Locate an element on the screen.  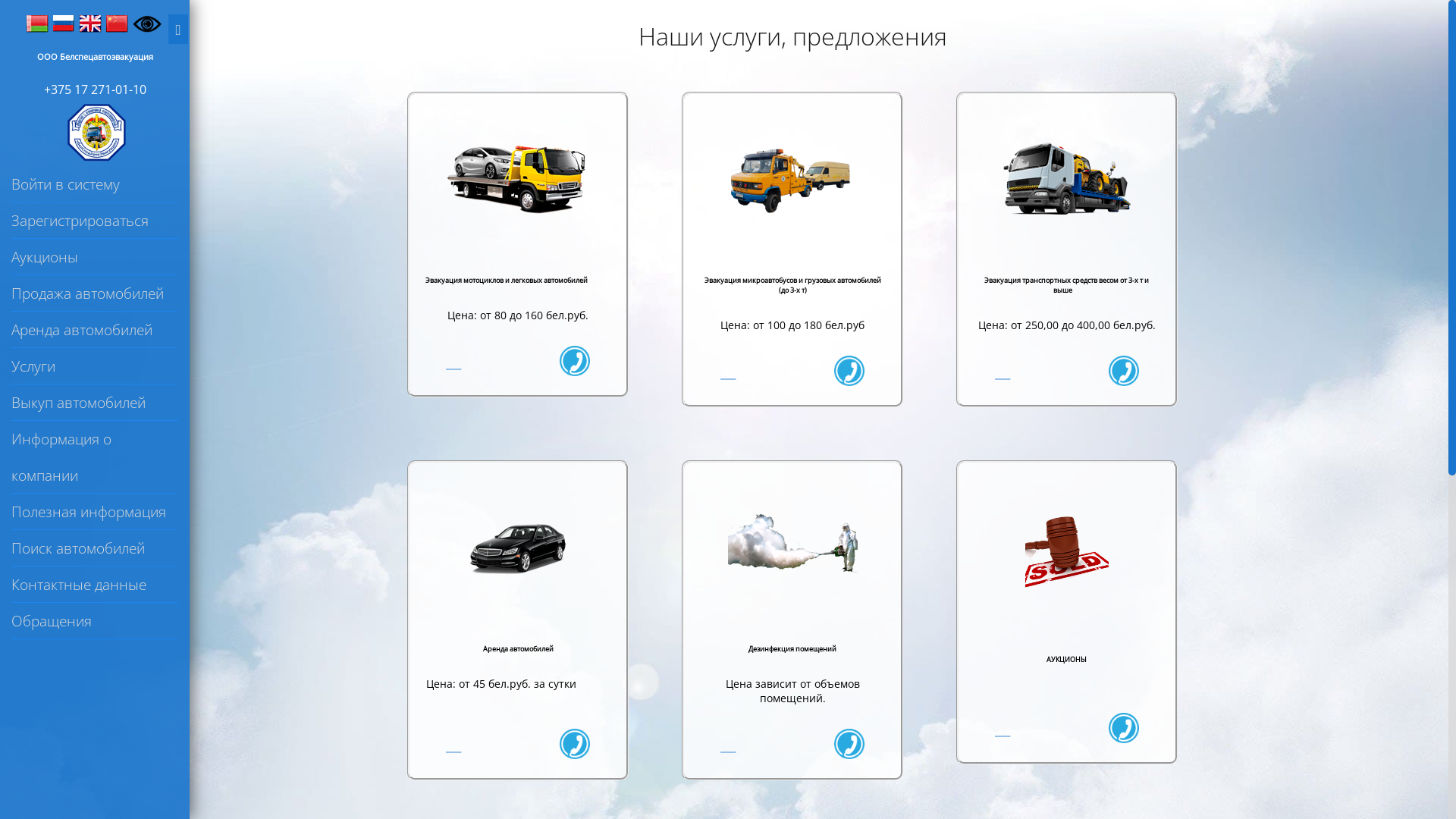
'Russia' is located at coordinates (64, 24).